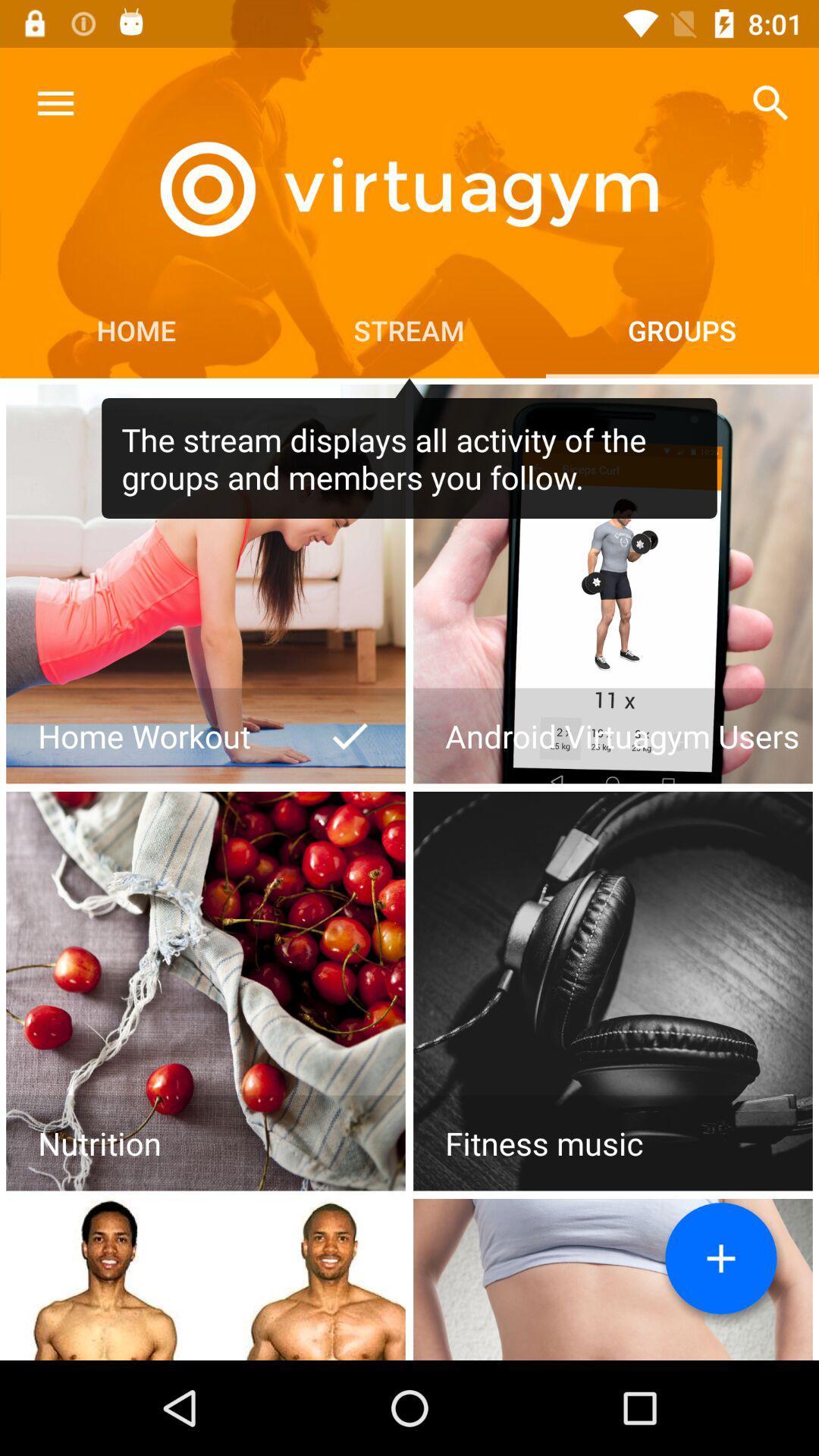  Describe the element at coordinates (720, 1258) in the screenshot. I see `the icon below fitness music icon` at that location.